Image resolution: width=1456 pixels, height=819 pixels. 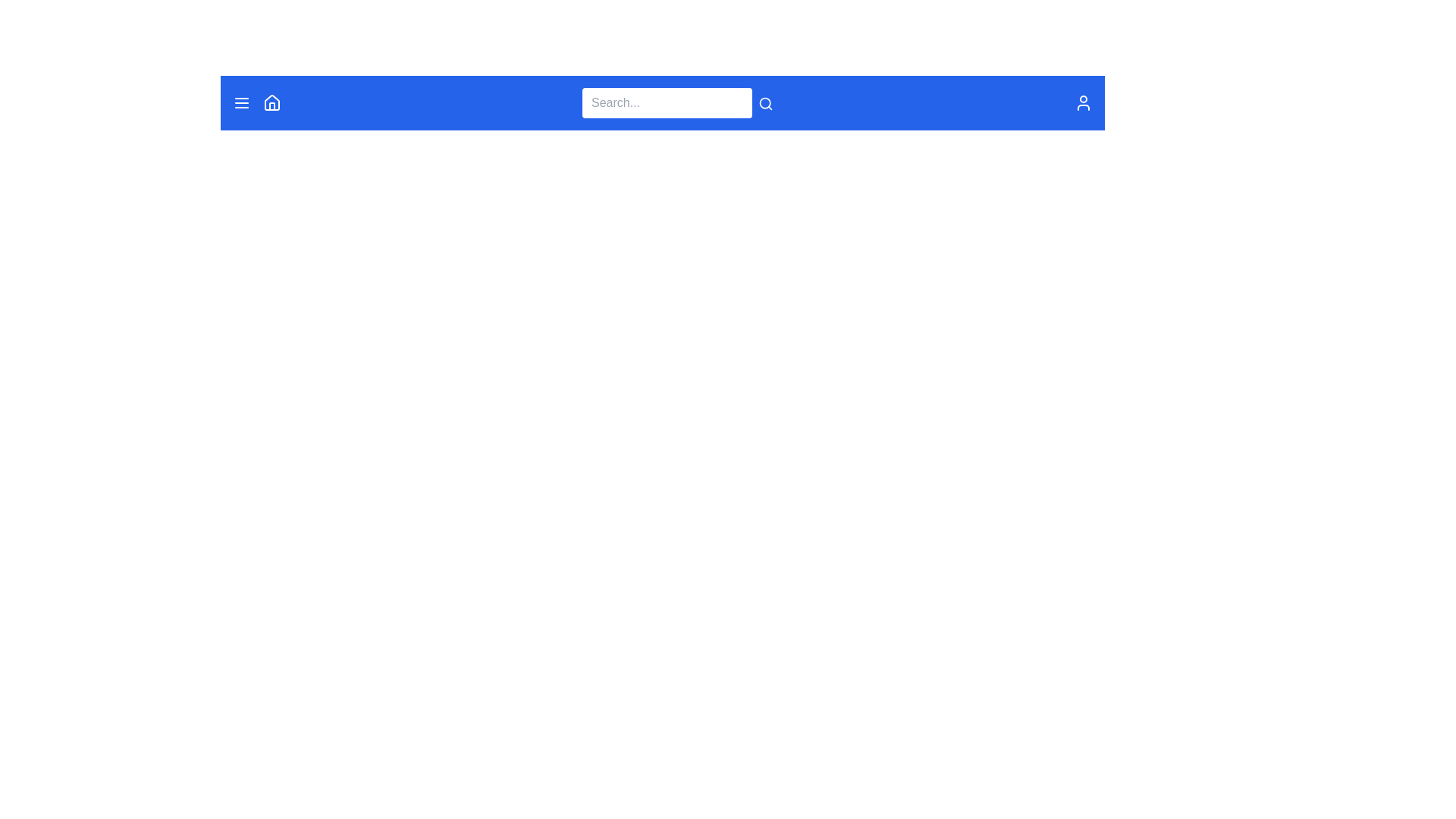 What do you see at coordinates (272, 102) in the screenshot?
I see `the 'Home' icon located in the top navigation bar, which is the second icon in a horizontal row` at bounding box center [272, 102].